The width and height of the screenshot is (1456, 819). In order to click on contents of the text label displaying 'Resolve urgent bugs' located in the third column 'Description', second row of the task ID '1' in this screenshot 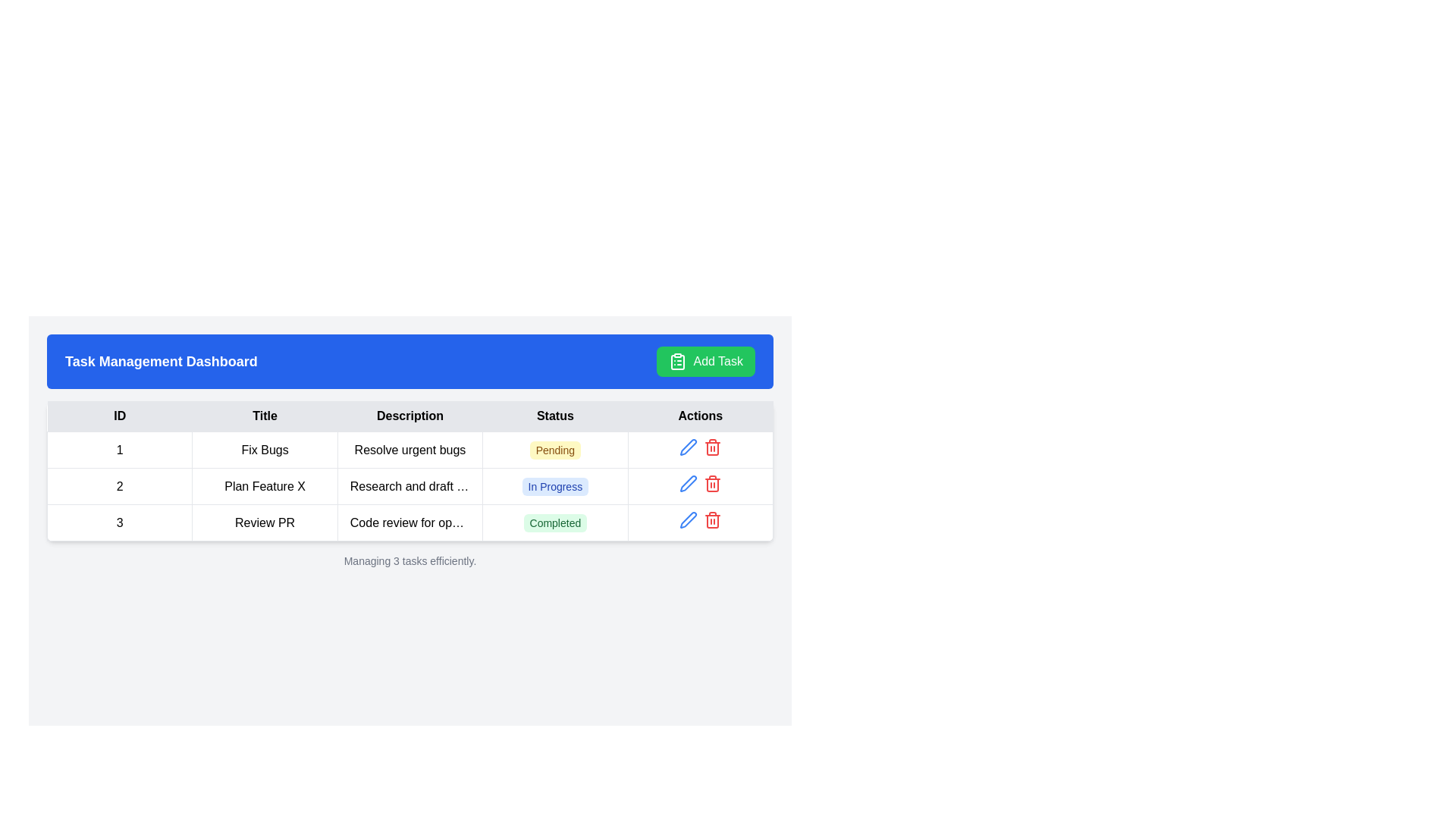, I will do `click(410, 449)`.